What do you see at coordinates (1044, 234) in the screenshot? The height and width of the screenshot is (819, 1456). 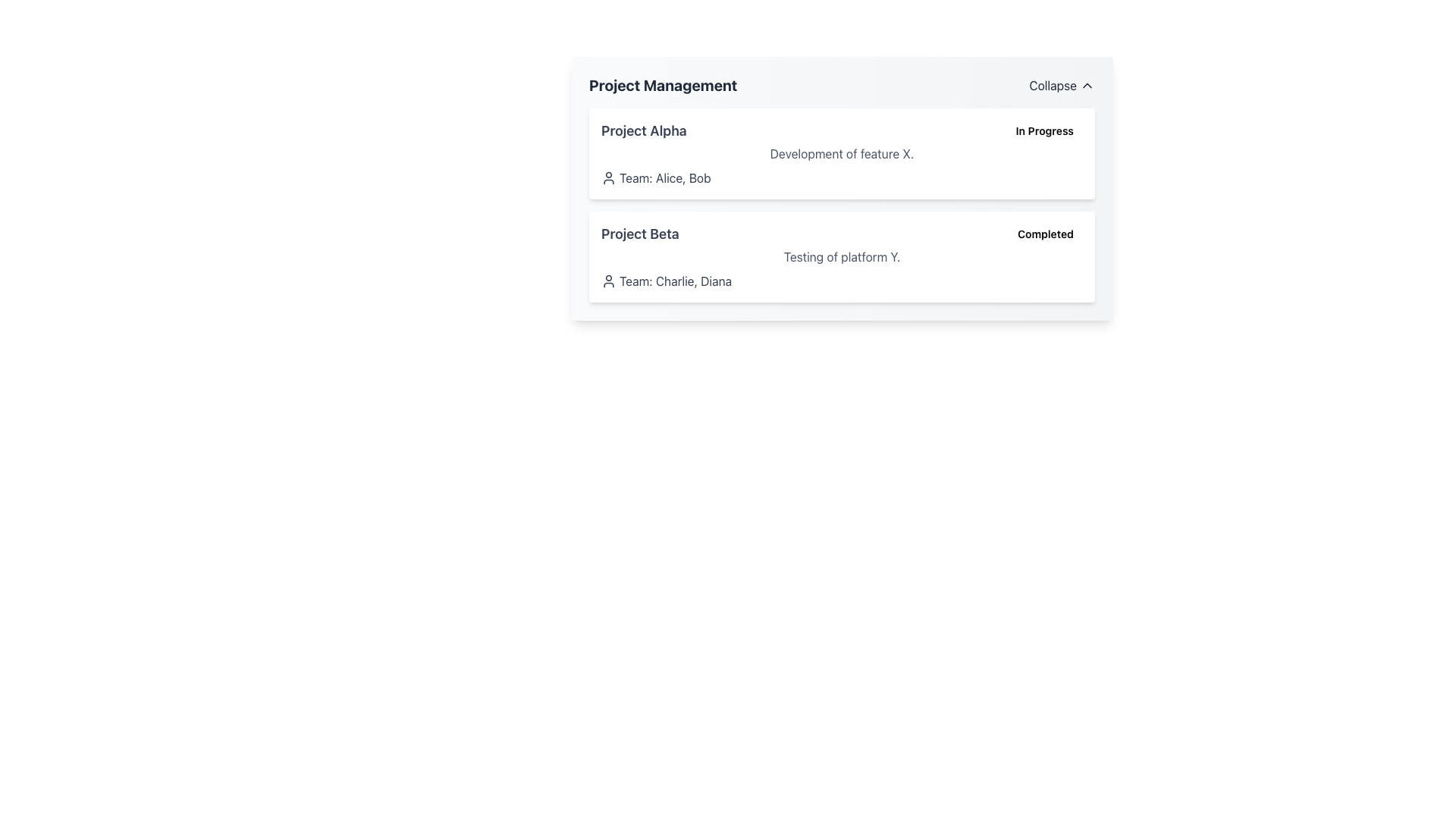 I see `the 'Completed' badge element, which is styled with a rounded background and indicates status in bold green text, located in the second row of the list to the far-right of the 'Project Beta' label` at bounding box center [1044, 234].